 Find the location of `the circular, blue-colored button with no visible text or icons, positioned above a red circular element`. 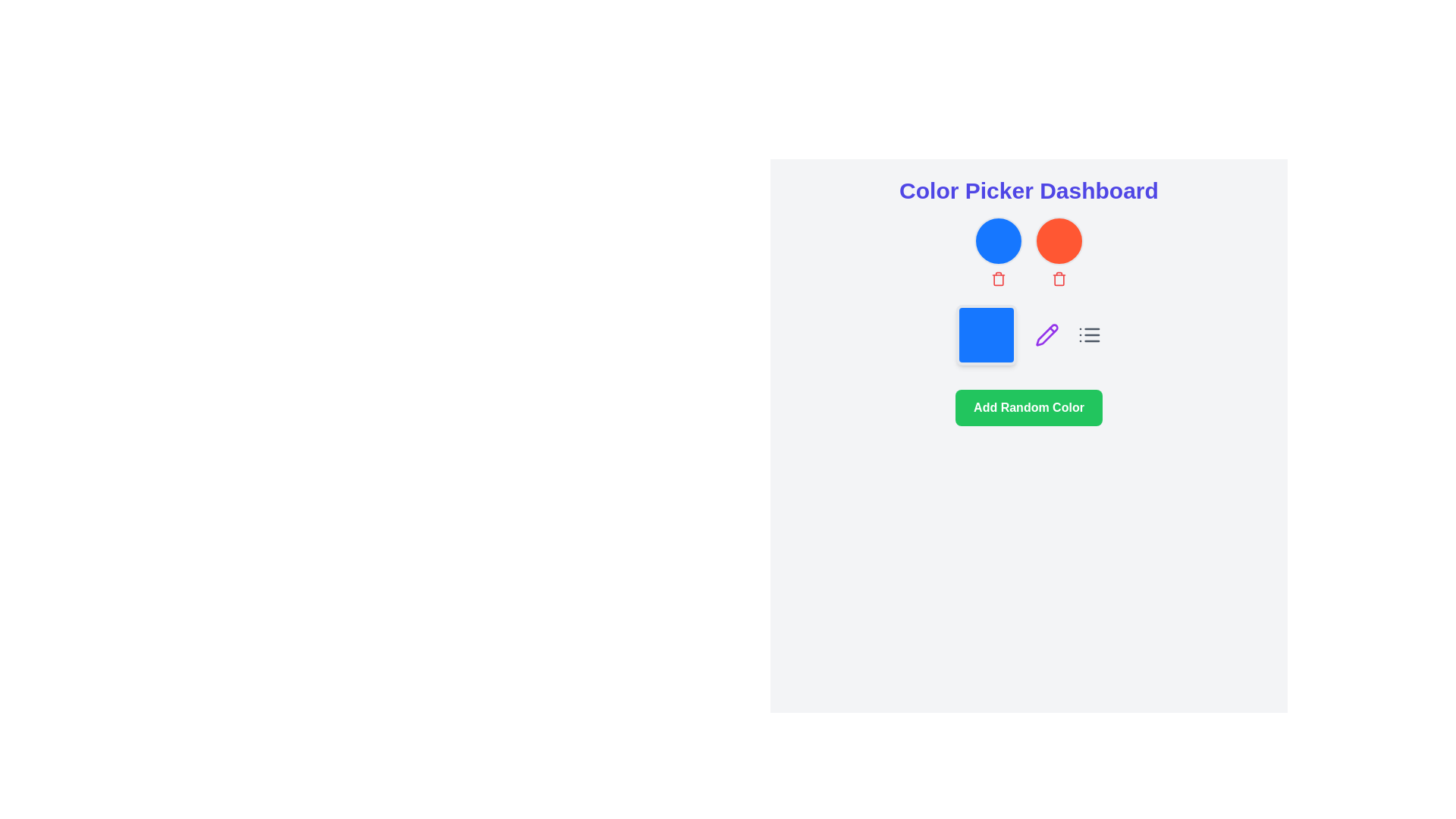

the circular, blue-colored button with no visible text or icons, positioned above a red circular element is located at coordinates (998, 240).